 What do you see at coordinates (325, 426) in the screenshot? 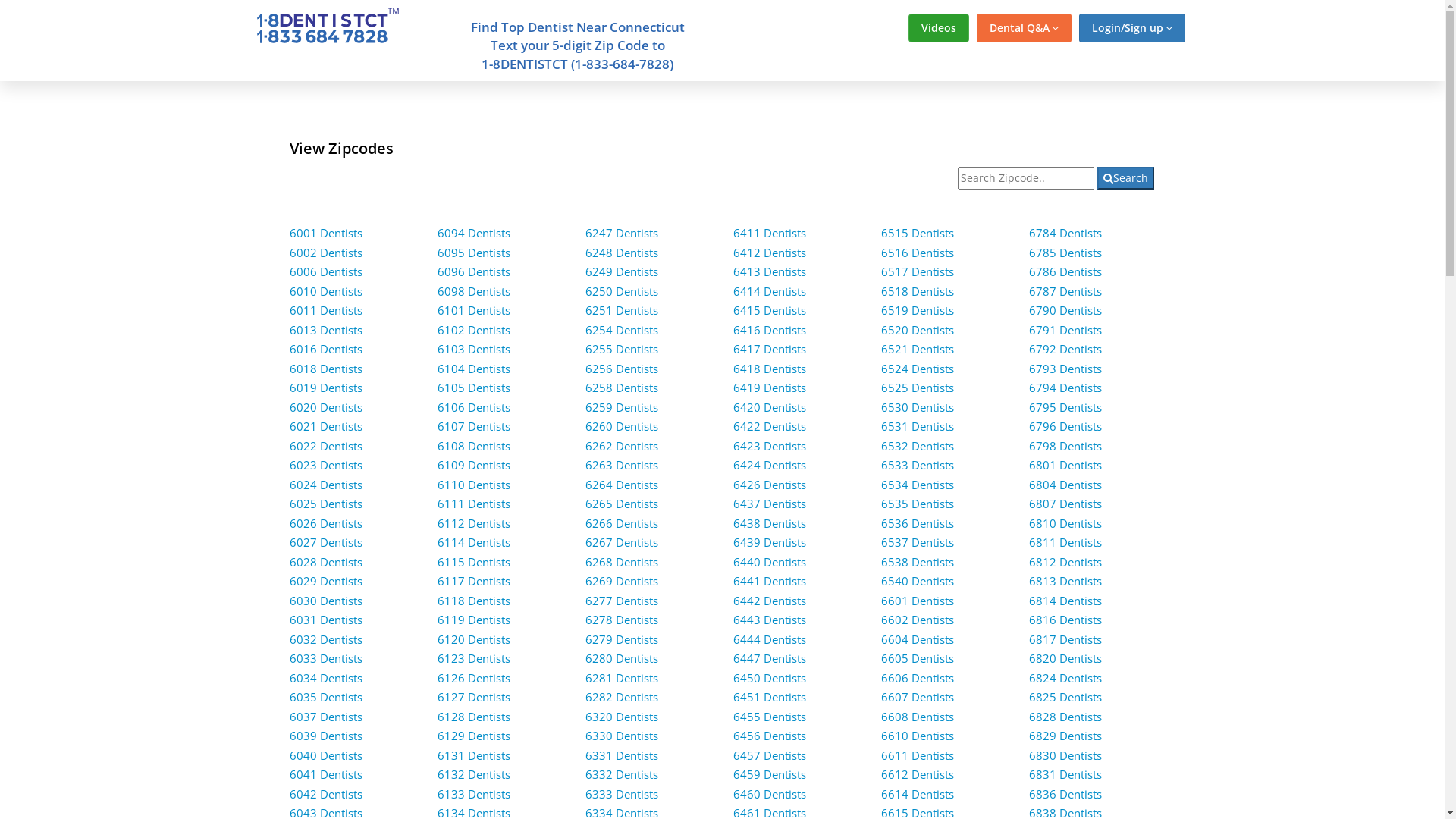
I see `'6021 Dentists'` at bounding box center [325, 426].